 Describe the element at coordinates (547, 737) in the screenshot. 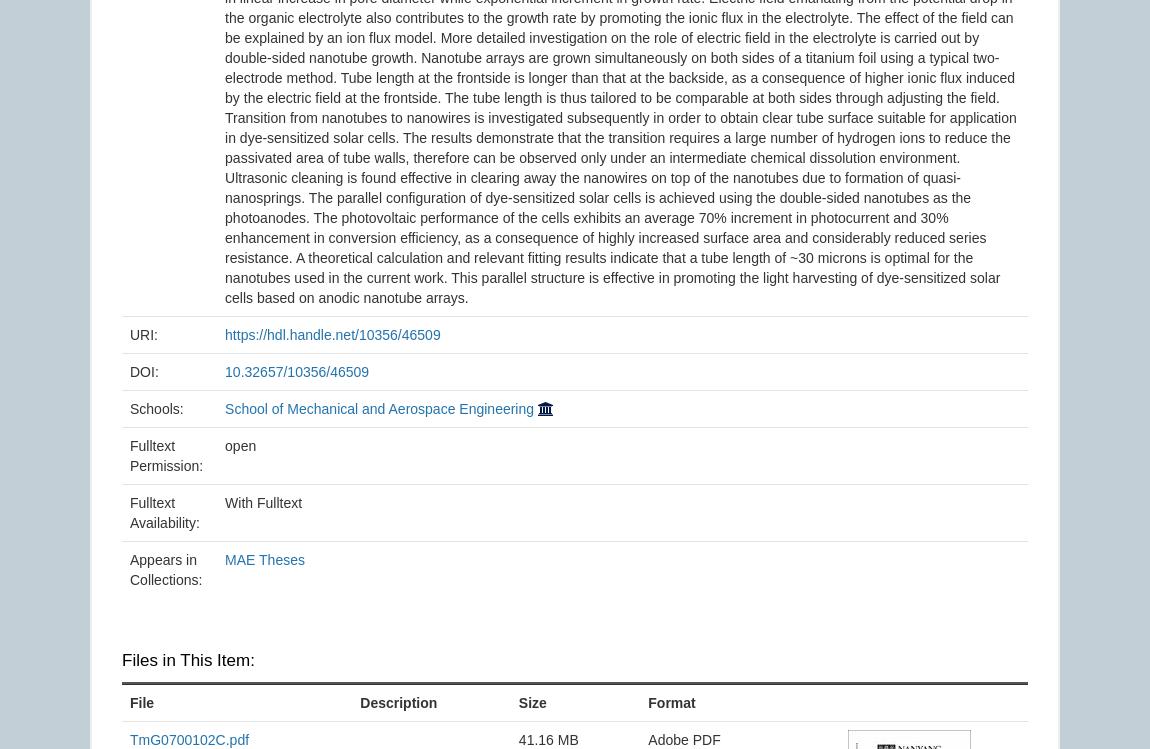

I see `'41.16 MB'` at that location.